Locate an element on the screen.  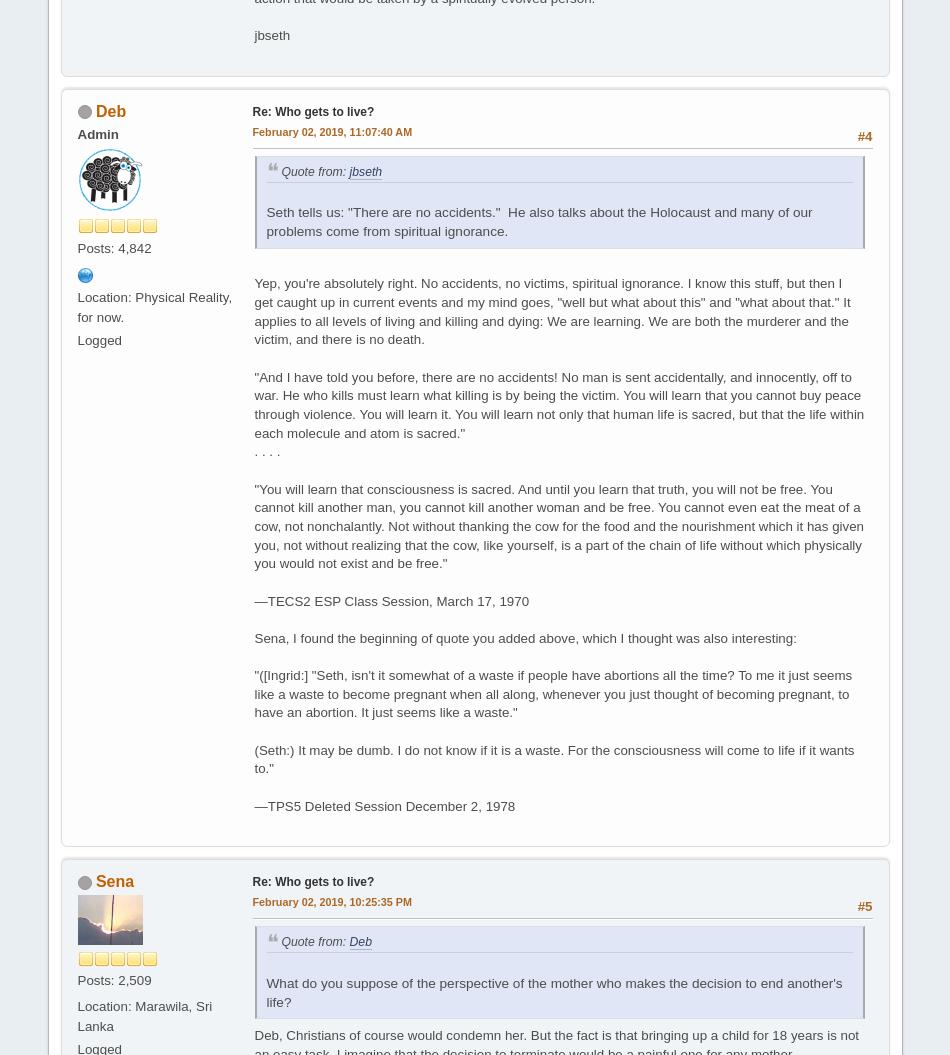
'February 02, 2019, 10:25:35 PM' is located at coordinates (330, 901).